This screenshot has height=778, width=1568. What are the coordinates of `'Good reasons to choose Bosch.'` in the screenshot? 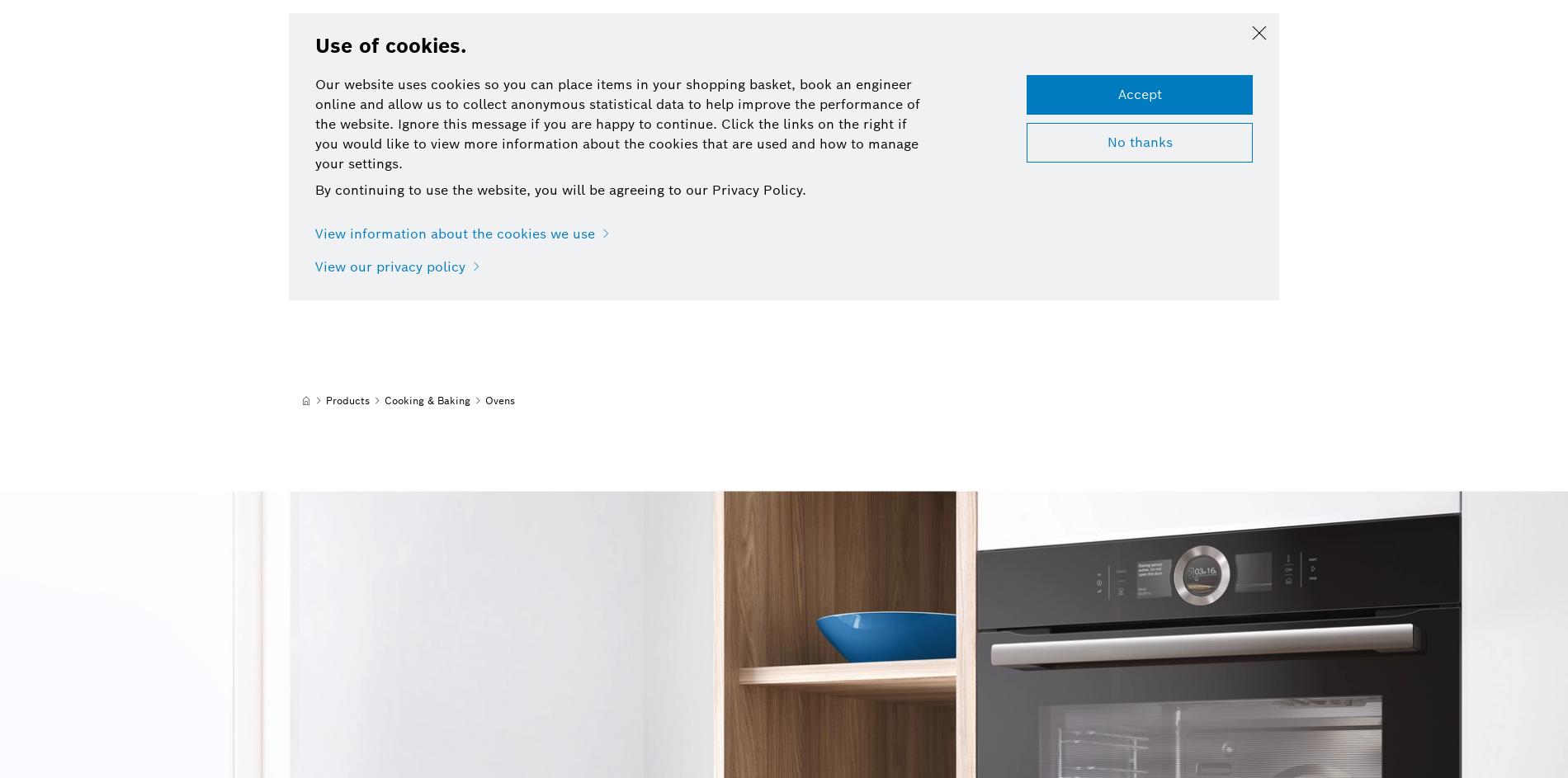 It's located at (287, 219).